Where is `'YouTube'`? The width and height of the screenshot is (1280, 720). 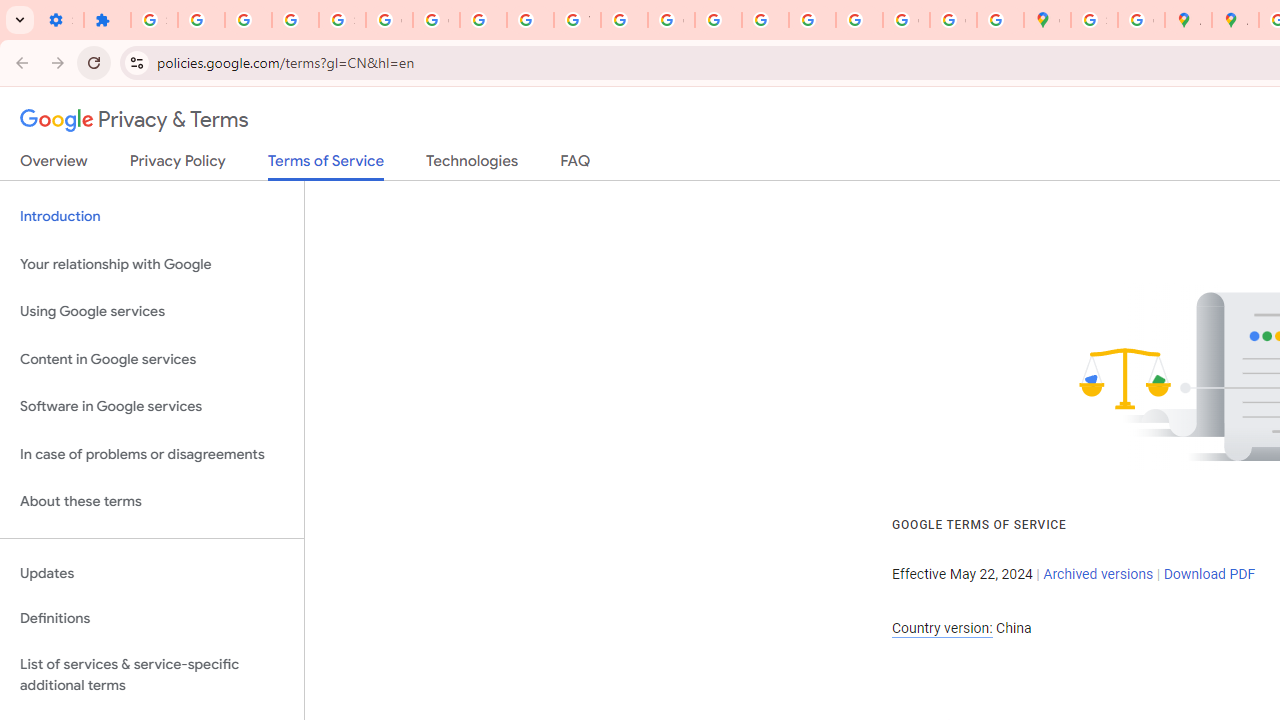
'YouTube' is located at coordinates (576, 20).